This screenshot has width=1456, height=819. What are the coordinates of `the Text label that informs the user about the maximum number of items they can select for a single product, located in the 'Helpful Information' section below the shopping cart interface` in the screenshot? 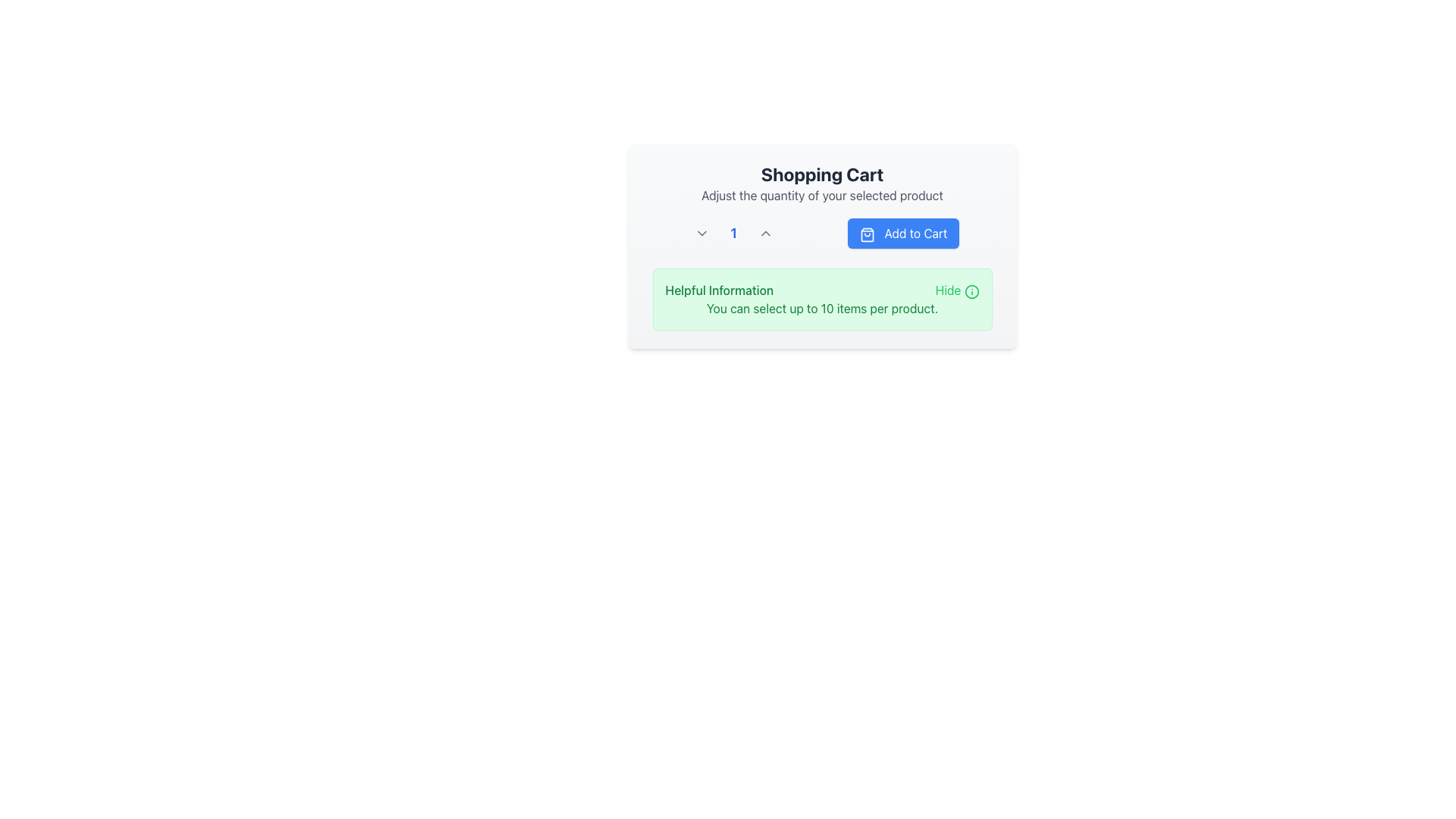 It's located at (821, 308).